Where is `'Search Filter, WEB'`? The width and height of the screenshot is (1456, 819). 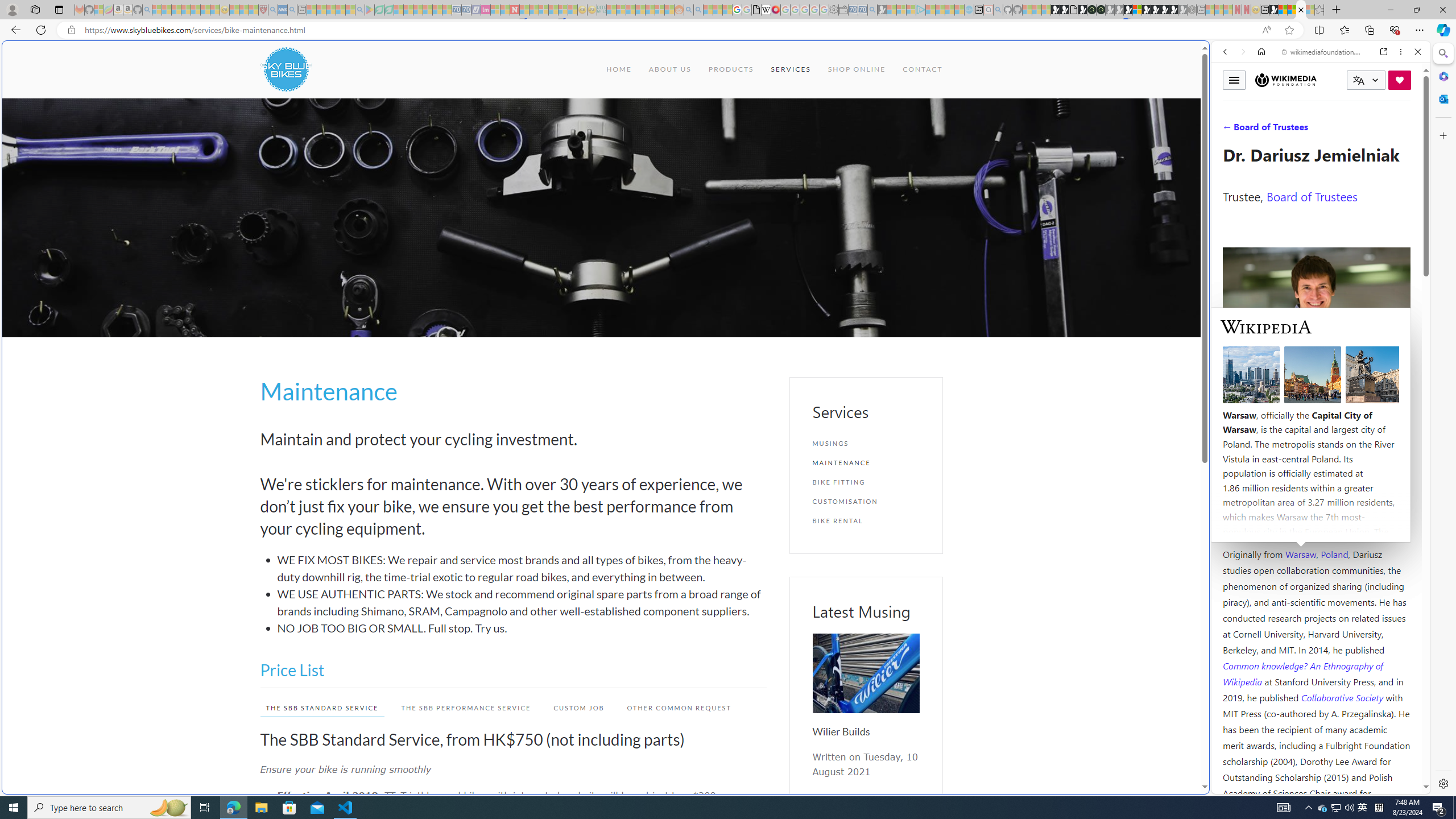
'Search Filter, WEB' is located at coordinates (1230, 129).